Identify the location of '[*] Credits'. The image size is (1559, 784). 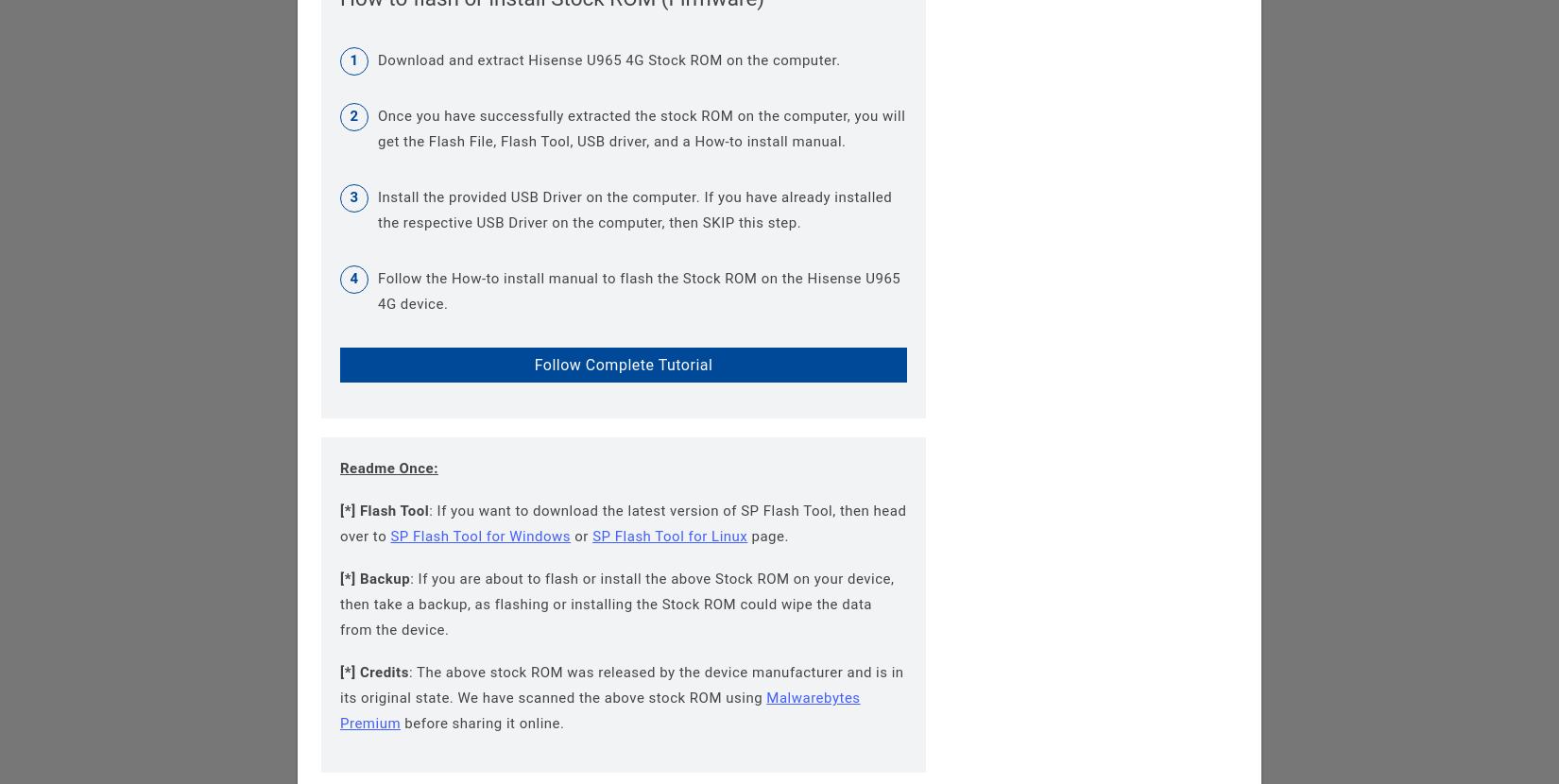
(374, 671).